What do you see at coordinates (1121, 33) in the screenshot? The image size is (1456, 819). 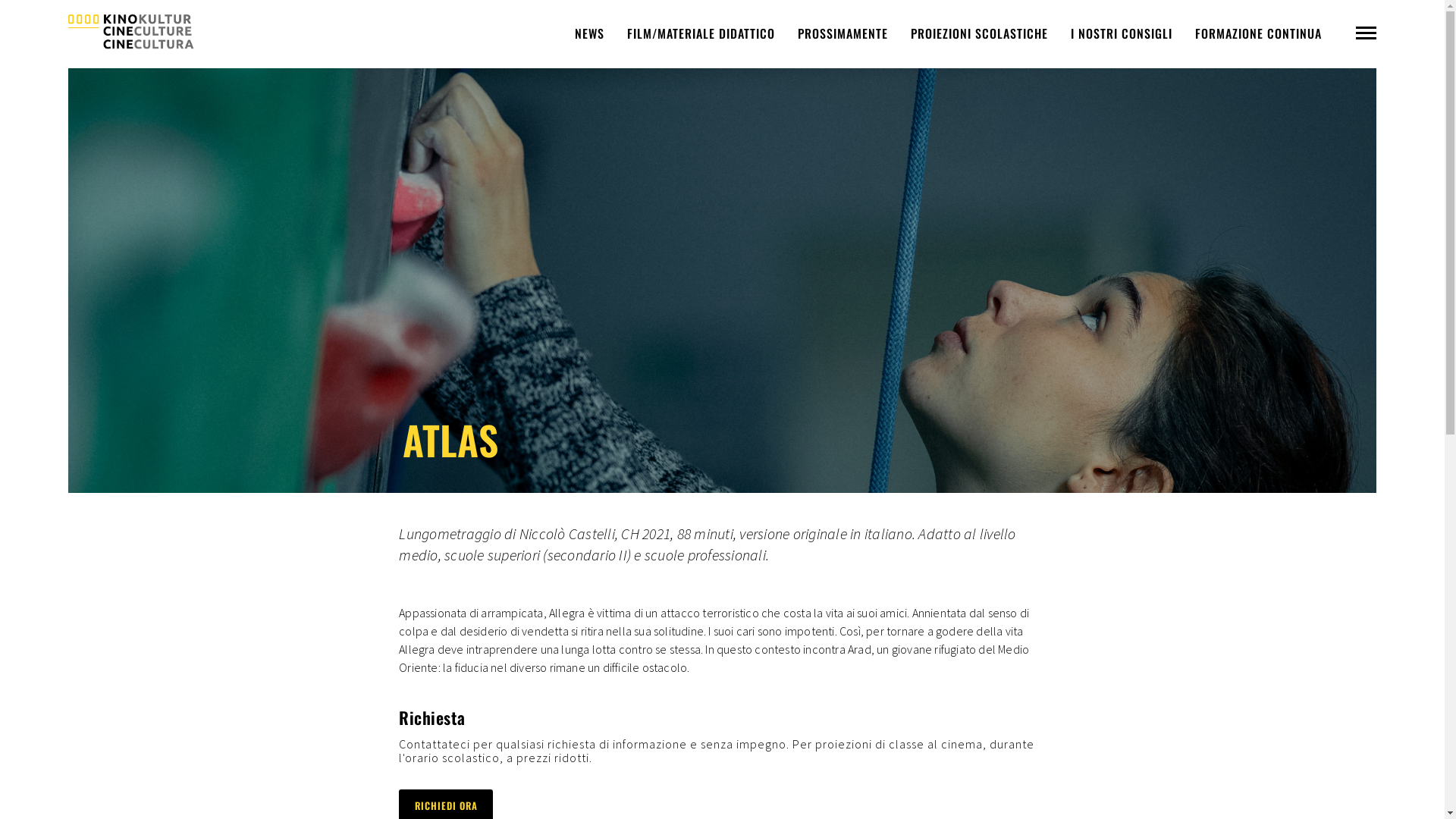 I see `'I NOSTRI CONSIGLI'` at bounding box center [1121, 33].